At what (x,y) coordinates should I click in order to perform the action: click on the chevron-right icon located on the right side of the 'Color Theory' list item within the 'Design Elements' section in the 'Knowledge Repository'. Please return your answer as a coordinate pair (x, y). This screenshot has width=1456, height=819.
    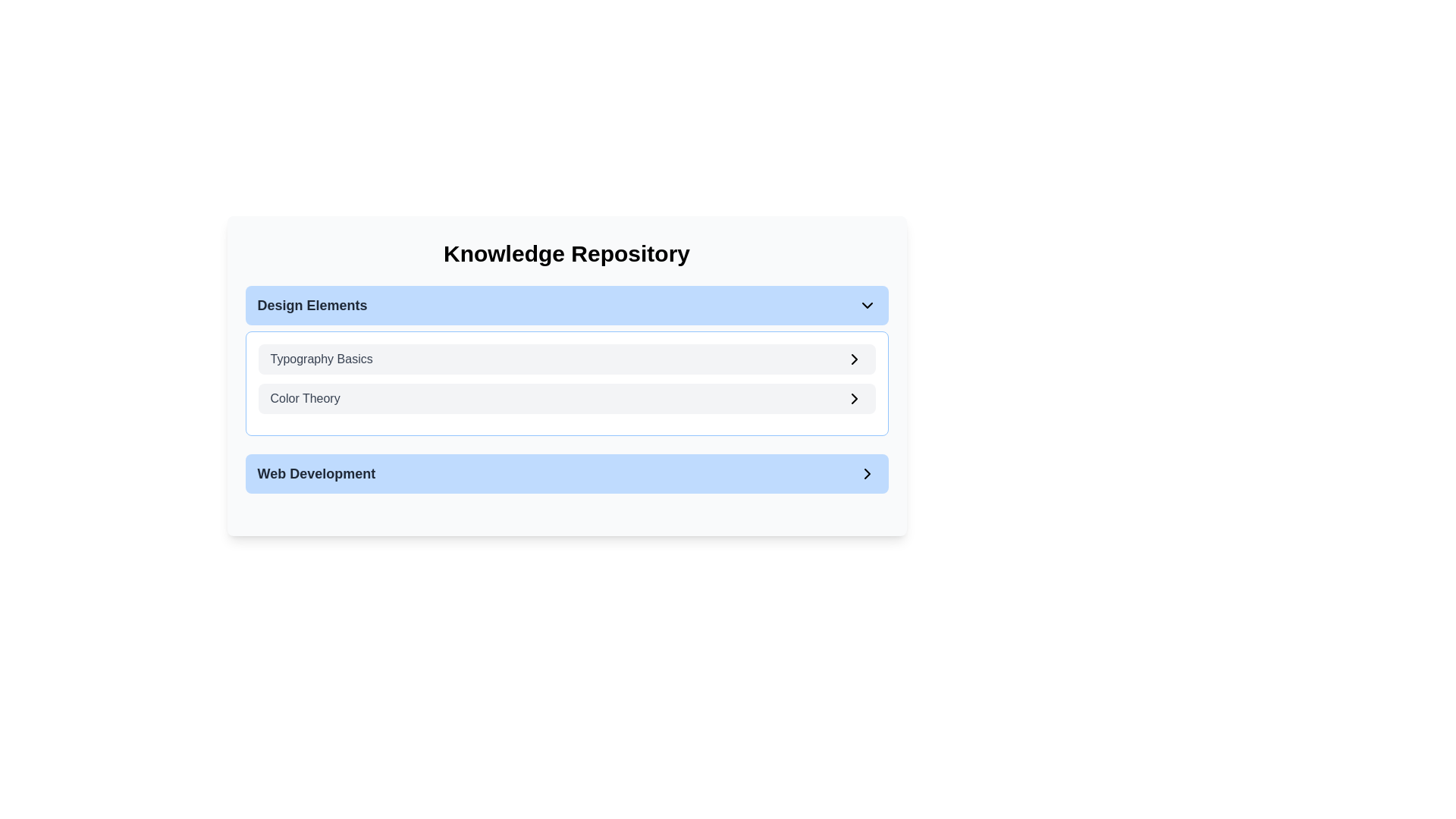
    Looking at the image, I should click on (854, 397).